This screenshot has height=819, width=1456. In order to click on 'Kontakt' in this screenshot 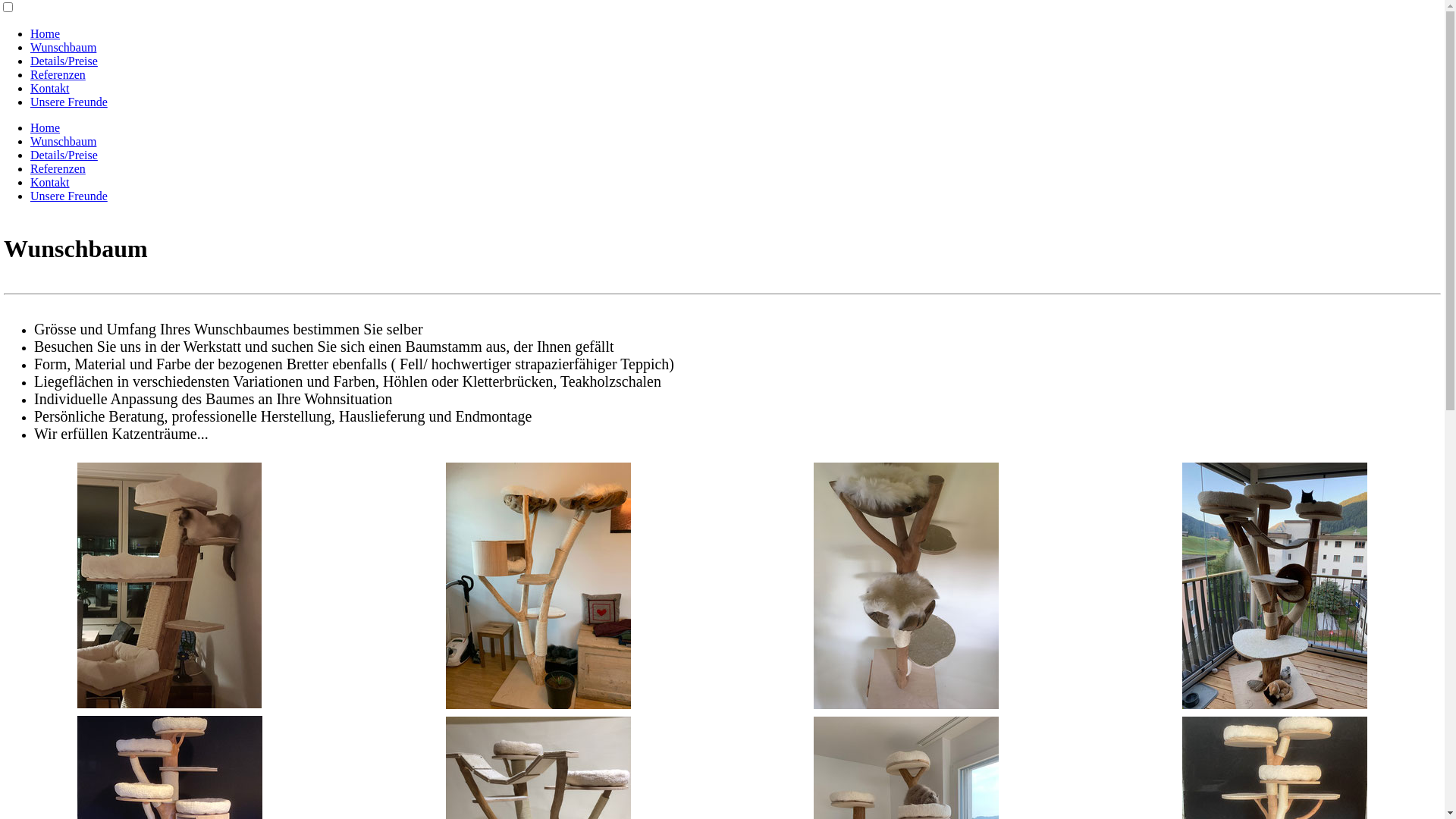, I will do `click(50, 181)`.